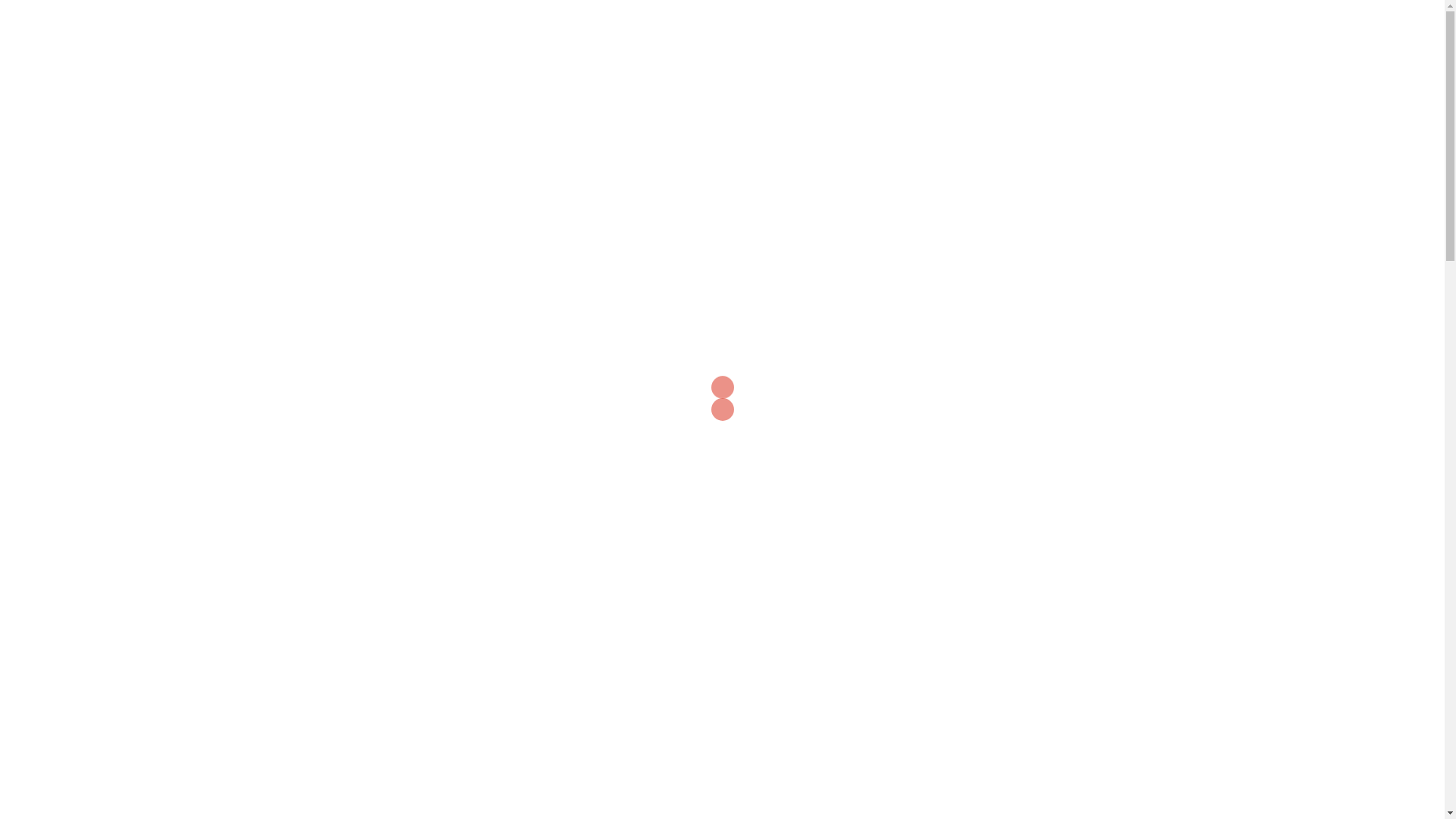 The width and height of the screenshot is (1456, 819). Describe the element at coordinates (1125, 52) in the screenshot. I see `'Kontakt'` at that location.